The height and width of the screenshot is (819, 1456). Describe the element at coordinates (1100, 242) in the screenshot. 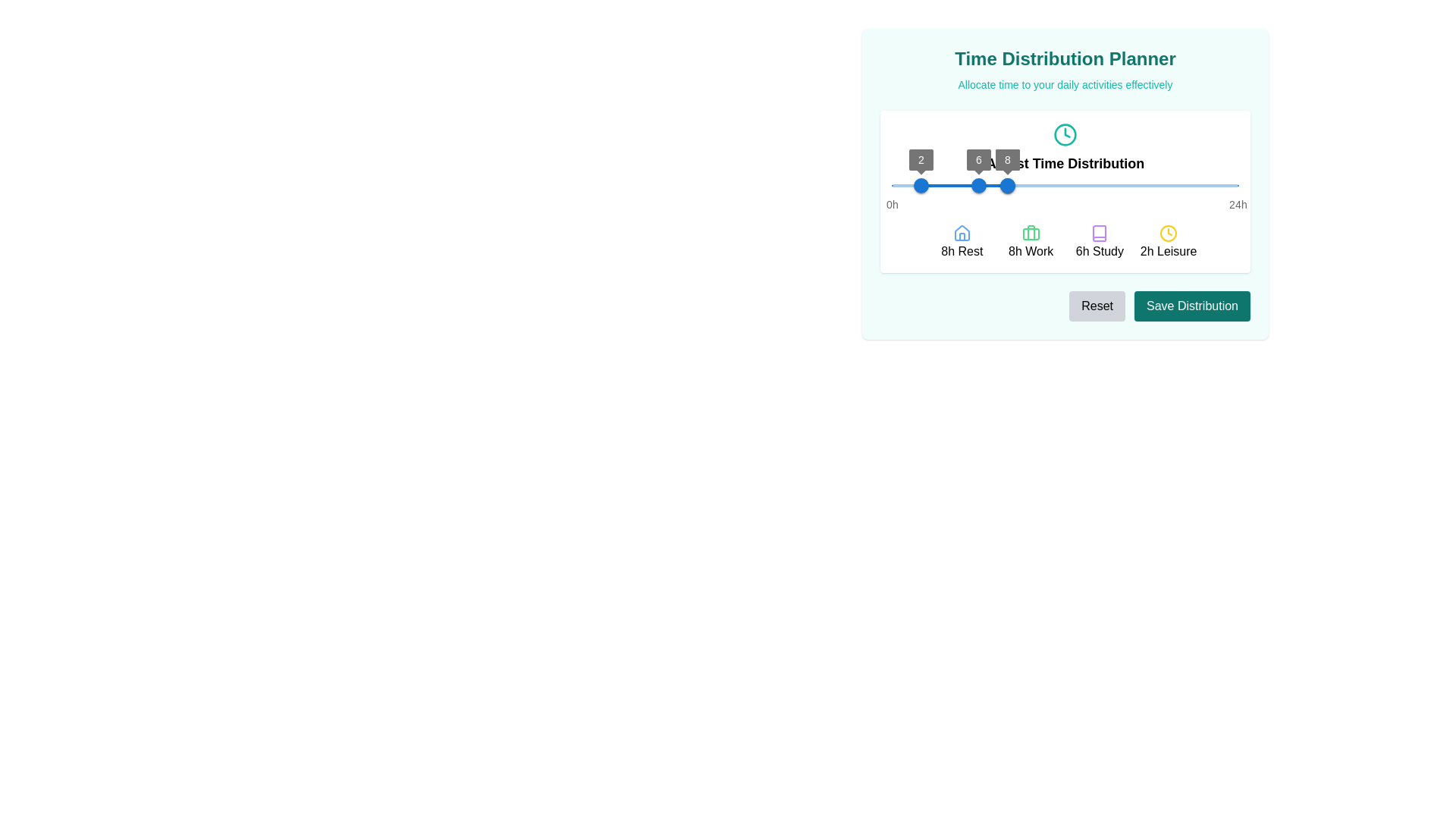

I see `the Label with the purple book icon and text label '6h Study', which is the third item in the Time Distribution Planner panel's grid layout` at that location.